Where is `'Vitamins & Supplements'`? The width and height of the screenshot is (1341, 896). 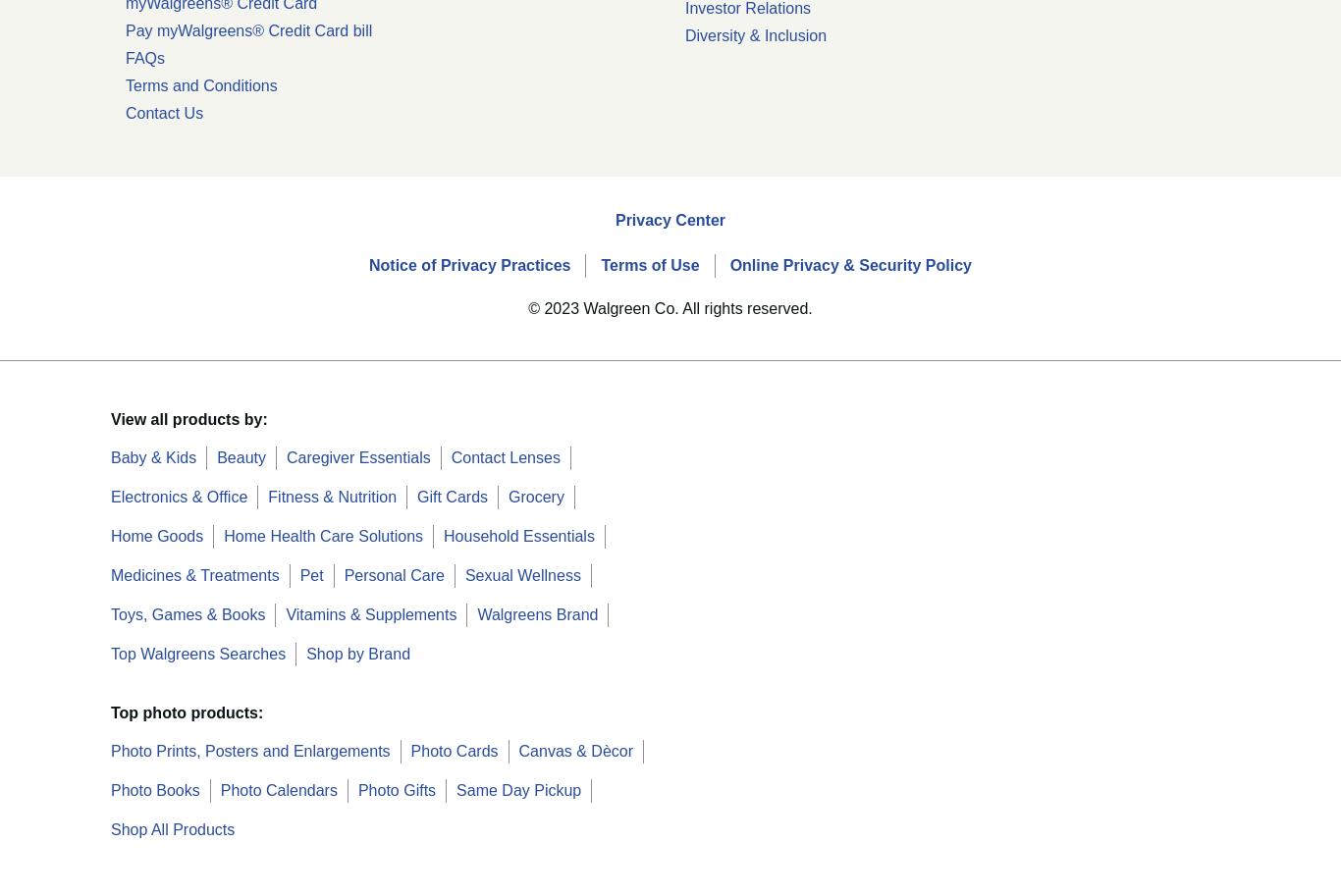
'Vitamins & Supplements' is located at coordinates (369, 612).